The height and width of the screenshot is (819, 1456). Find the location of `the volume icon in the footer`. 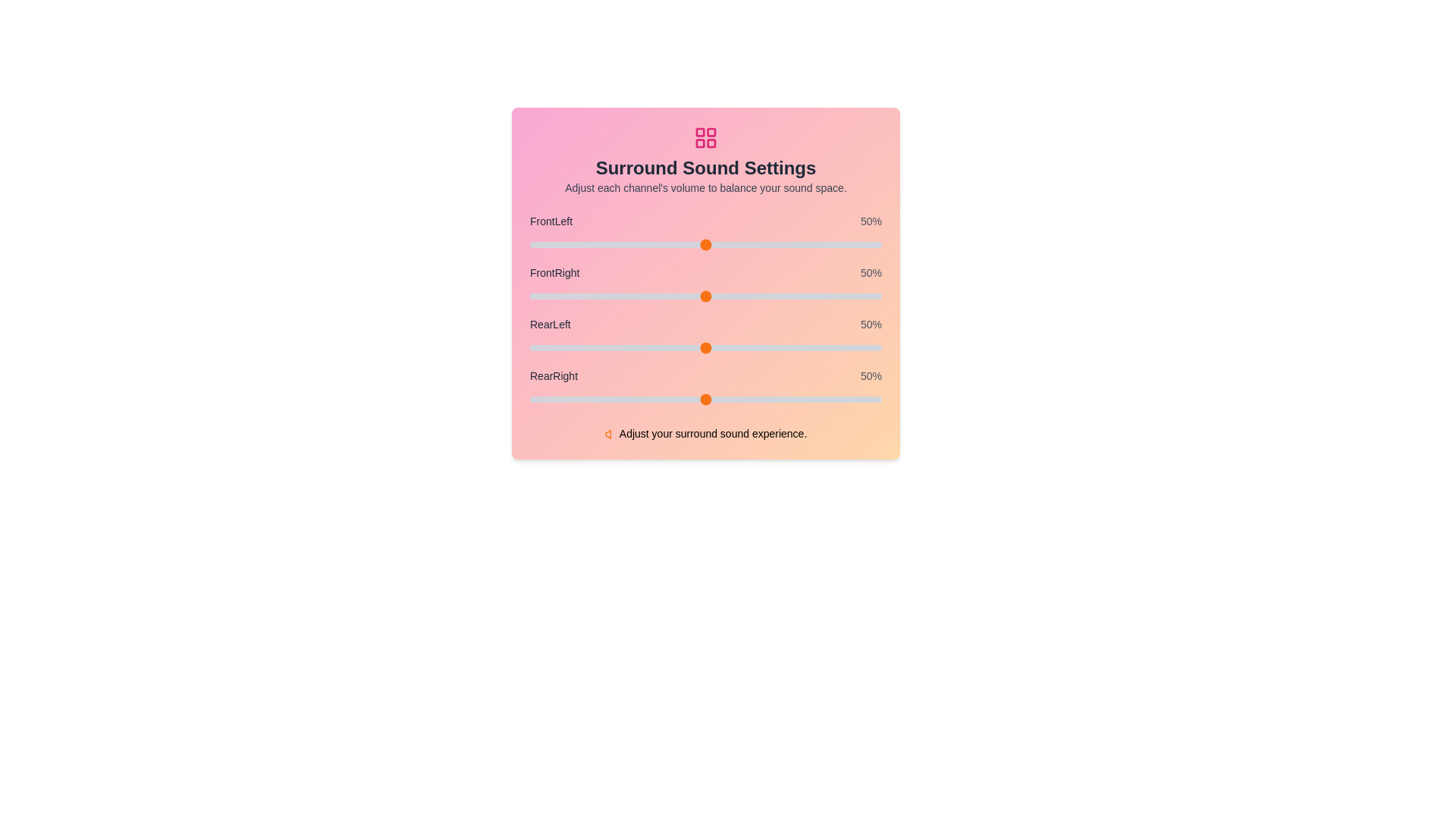

the volume icon in the footer is located at coordinates (610, 435).